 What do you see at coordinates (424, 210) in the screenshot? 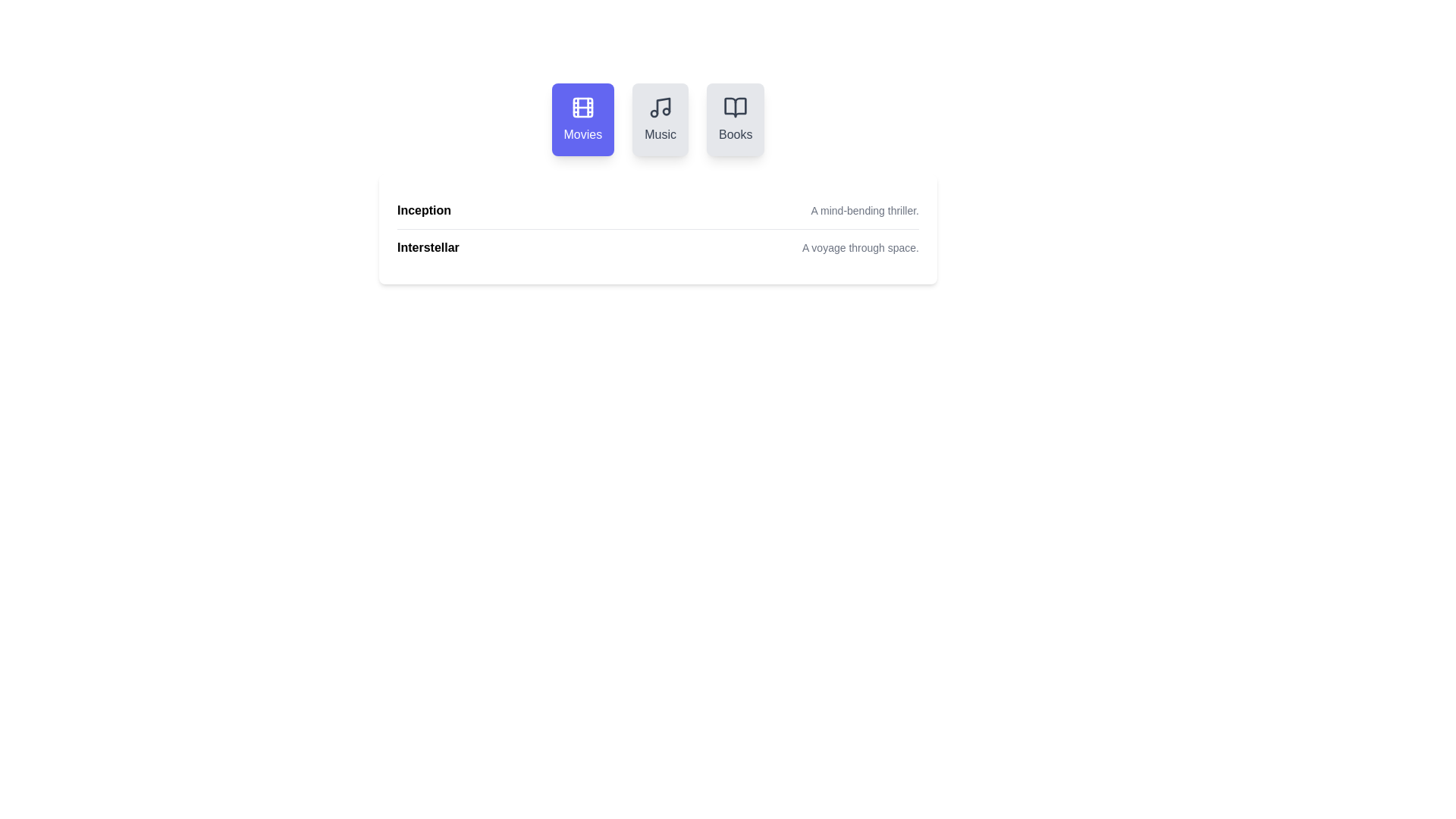
I see `the title Inception in the active tab` at bounding box center [424, 210].